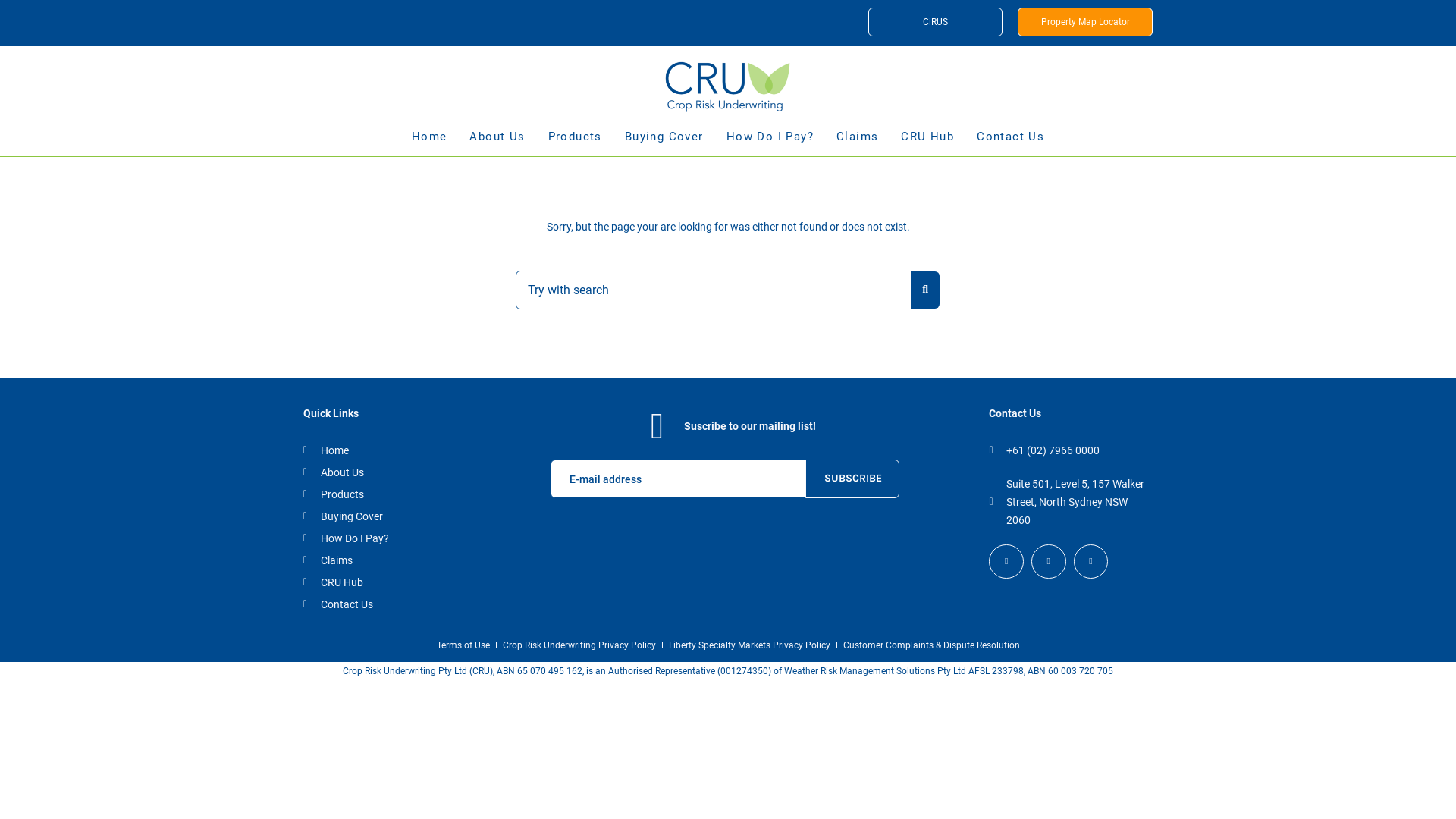  What do you see at coordinates (749, 645) in the screenshot?
I see `'Liberty Specialty Markets Privacy Policy'` at bounding box center [749, 645].